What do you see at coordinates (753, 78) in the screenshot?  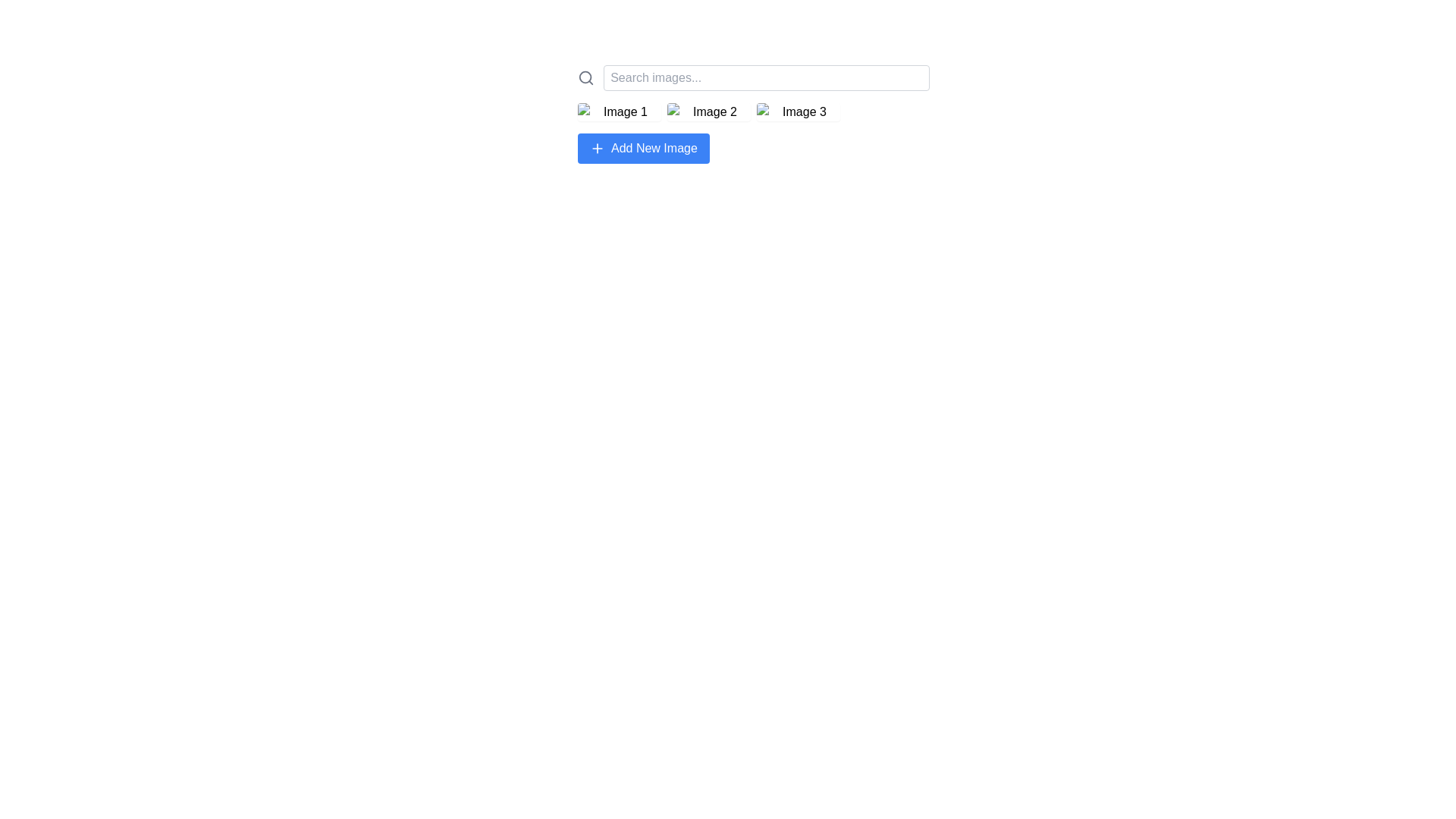 I see `the search input field located at the top-left of the interface` at bounding box center [753, 78].